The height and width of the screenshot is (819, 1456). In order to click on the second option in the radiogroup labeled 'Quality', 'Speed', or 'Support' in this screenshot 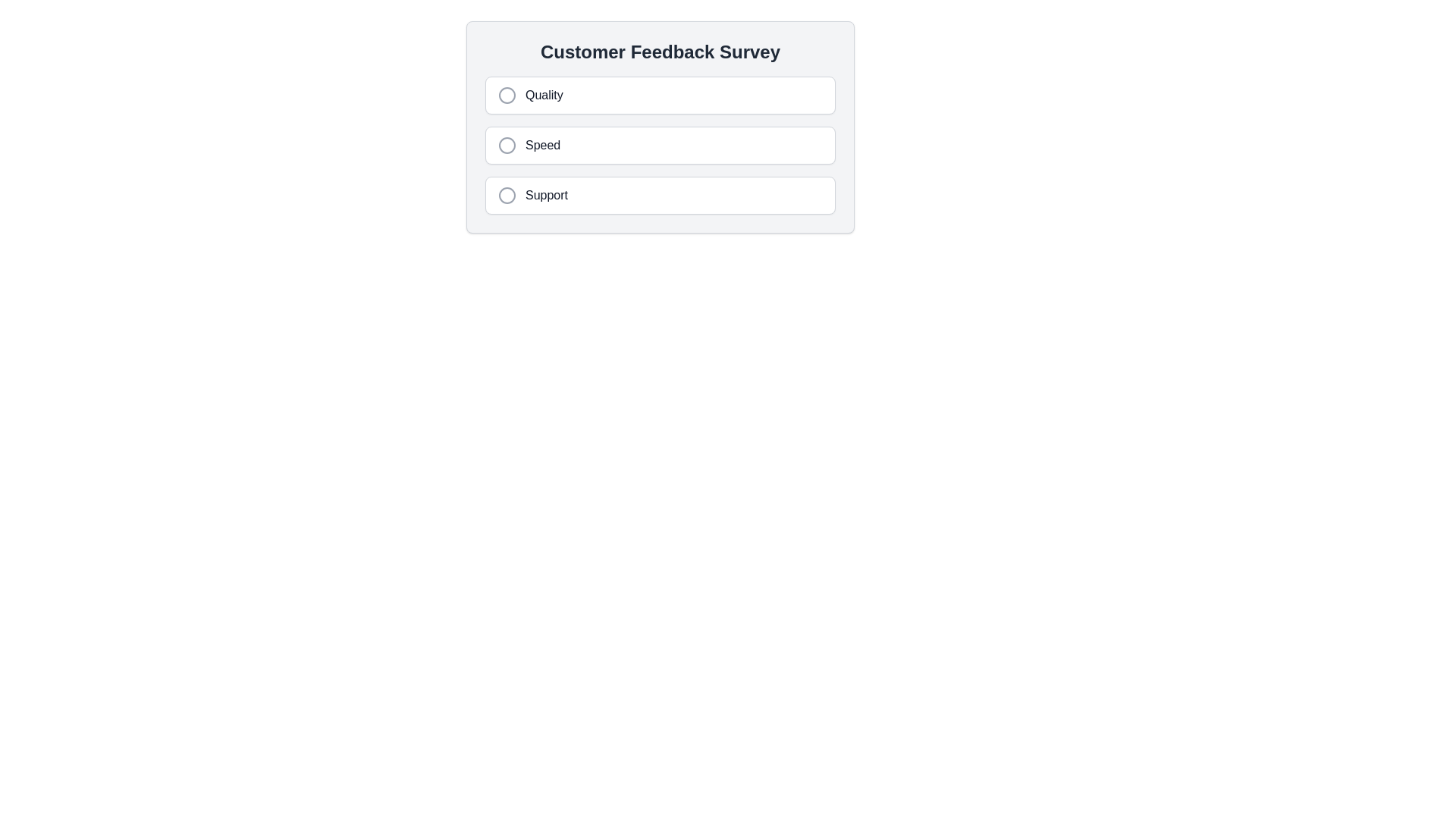, I will do `click(660, 146)`.